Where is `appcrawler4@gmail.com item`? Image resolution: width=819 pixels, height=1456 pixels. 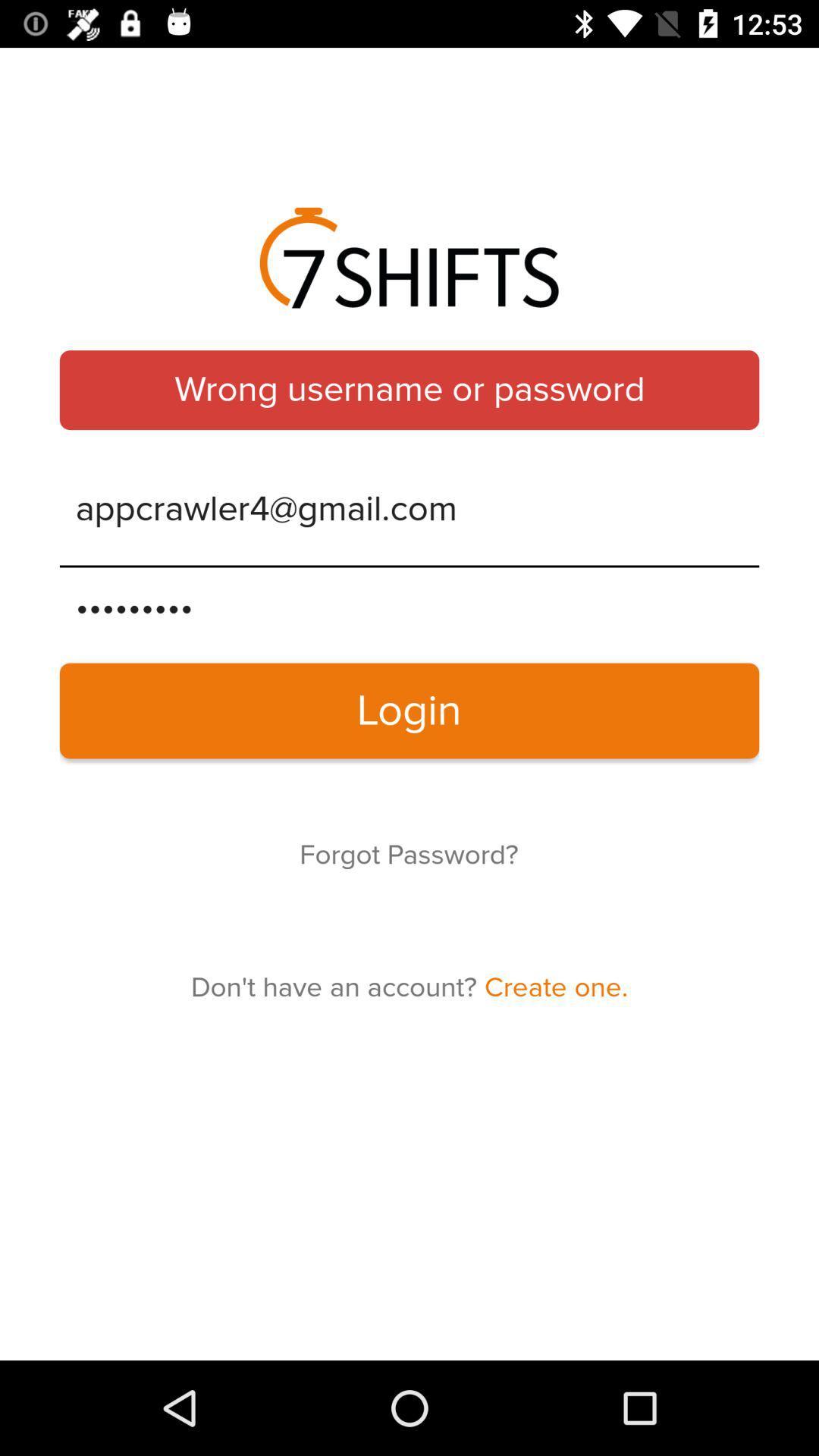 appcrawler4@gmail.com item is located at coordinates (409, 510).